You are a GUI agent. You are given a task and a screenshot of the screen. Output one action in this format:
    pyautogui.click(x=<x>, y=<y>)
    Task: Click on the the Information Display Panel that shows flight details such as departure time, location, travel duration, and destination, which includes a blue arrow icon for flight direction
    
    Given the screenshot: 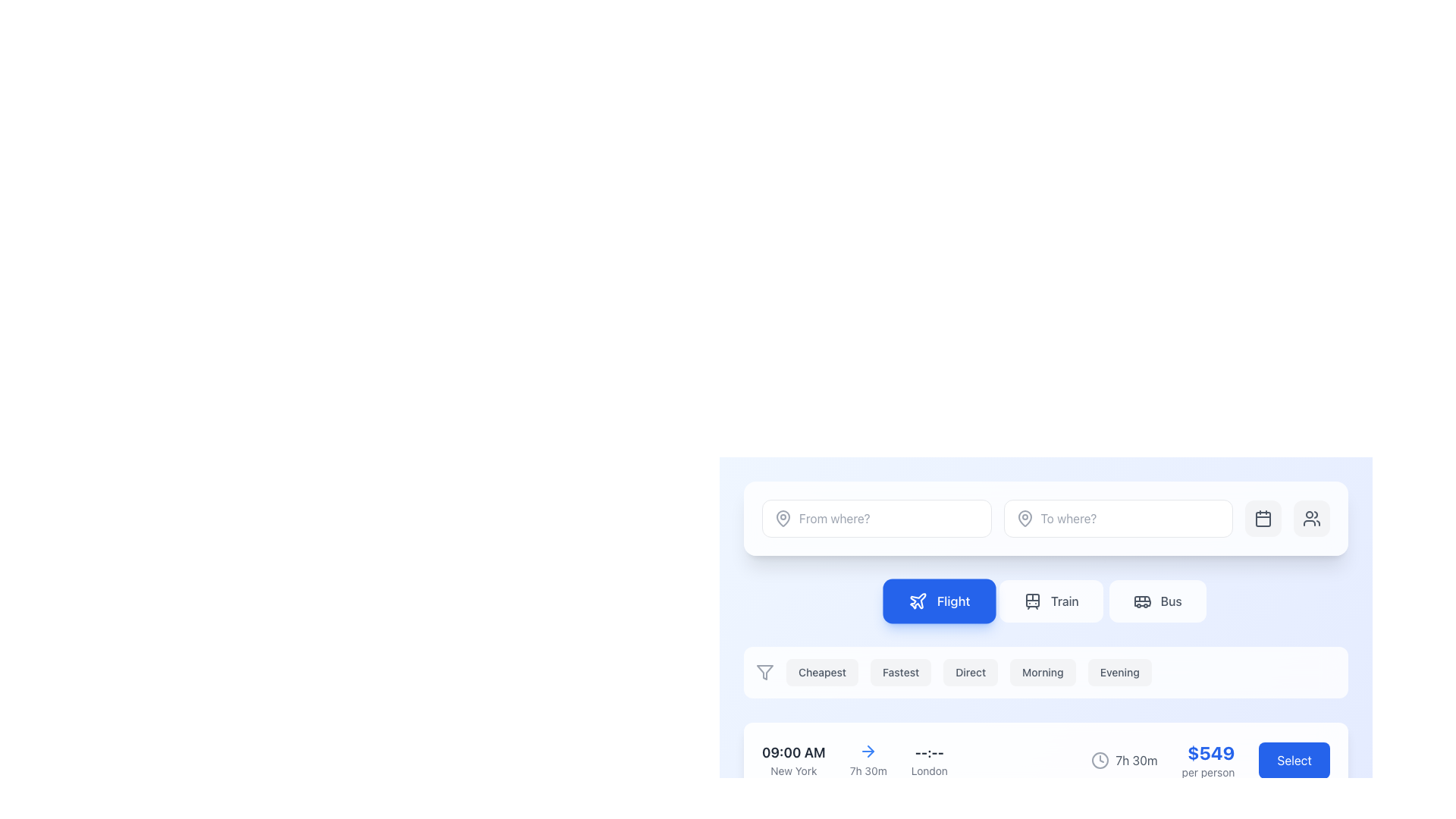 What is the action you would take?
    pyautogui.click(x=855, y=760)
    